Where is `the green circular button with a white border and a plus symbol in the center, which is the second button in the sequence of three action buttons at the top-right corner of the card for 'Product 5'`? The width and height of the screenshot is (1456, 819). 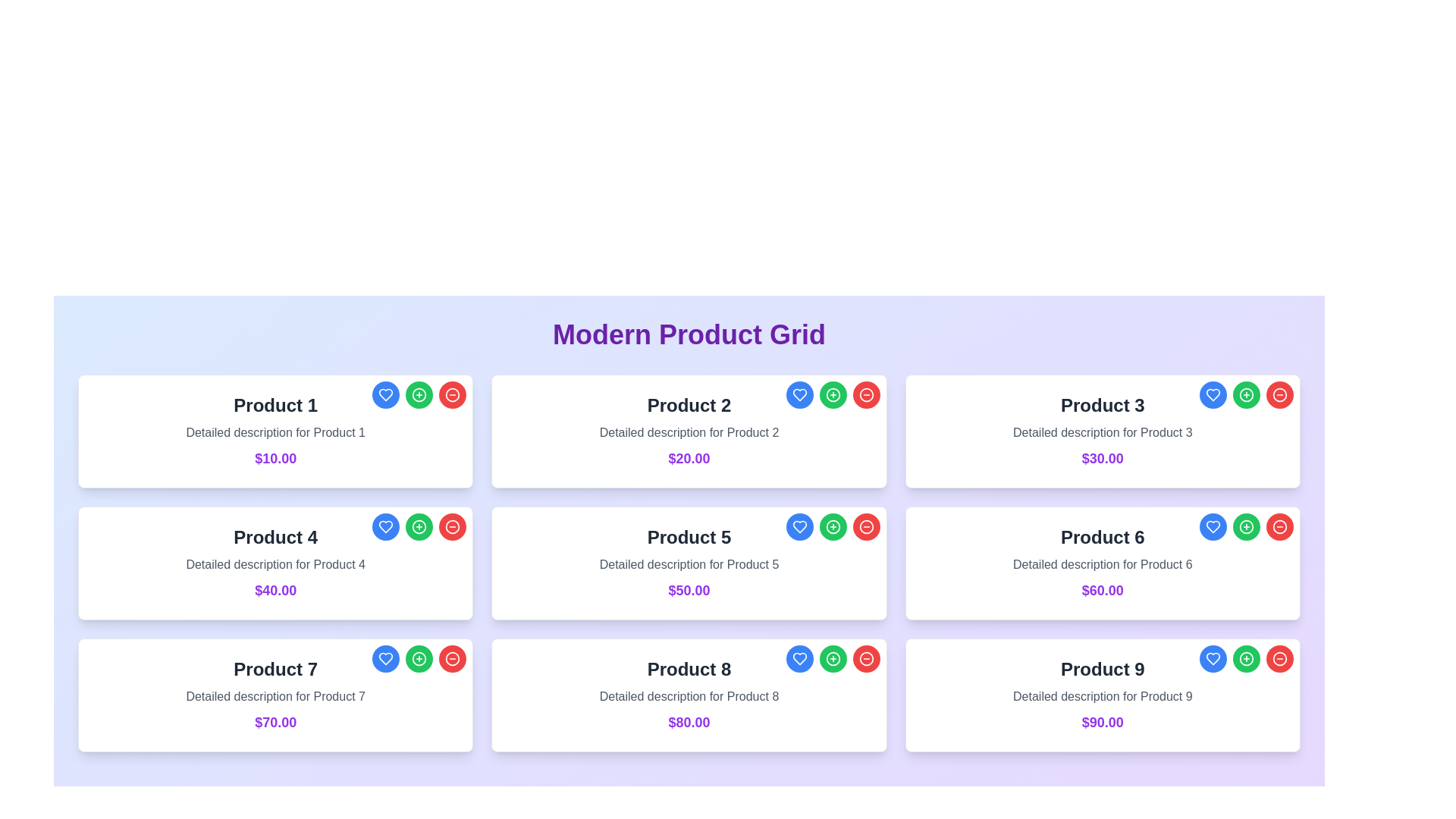
the green circular button with a white border and a plus symbol in the center, which is the second button in the sequence of three action buttons at the top-right corner of the card for 'Product 5' is located at coordinates (832, 526).